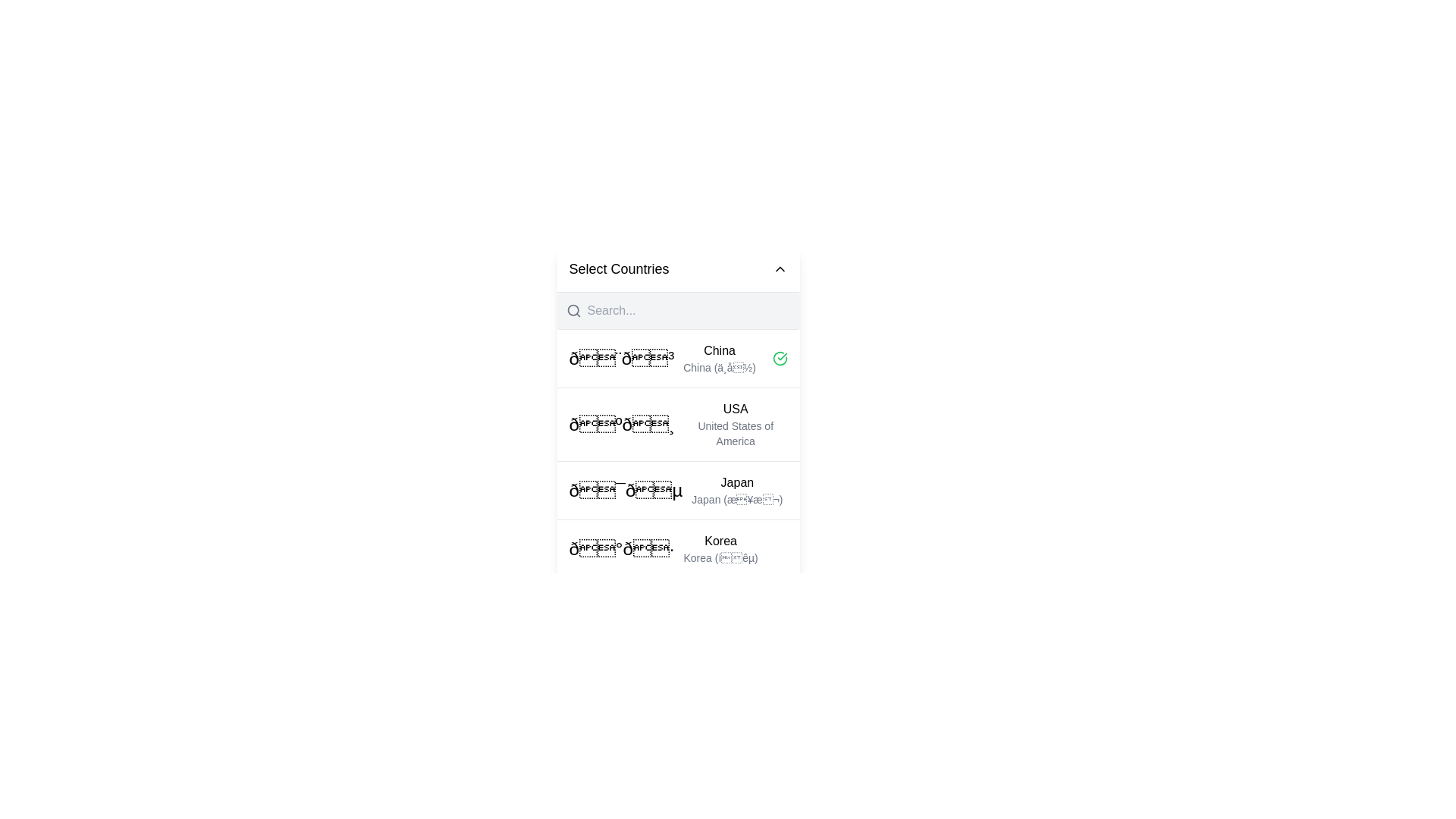  What do you see at coordinates (719, 350) in the screenshot?
I see `the text label element displaying 'China'` at bounding box center [719, 350].